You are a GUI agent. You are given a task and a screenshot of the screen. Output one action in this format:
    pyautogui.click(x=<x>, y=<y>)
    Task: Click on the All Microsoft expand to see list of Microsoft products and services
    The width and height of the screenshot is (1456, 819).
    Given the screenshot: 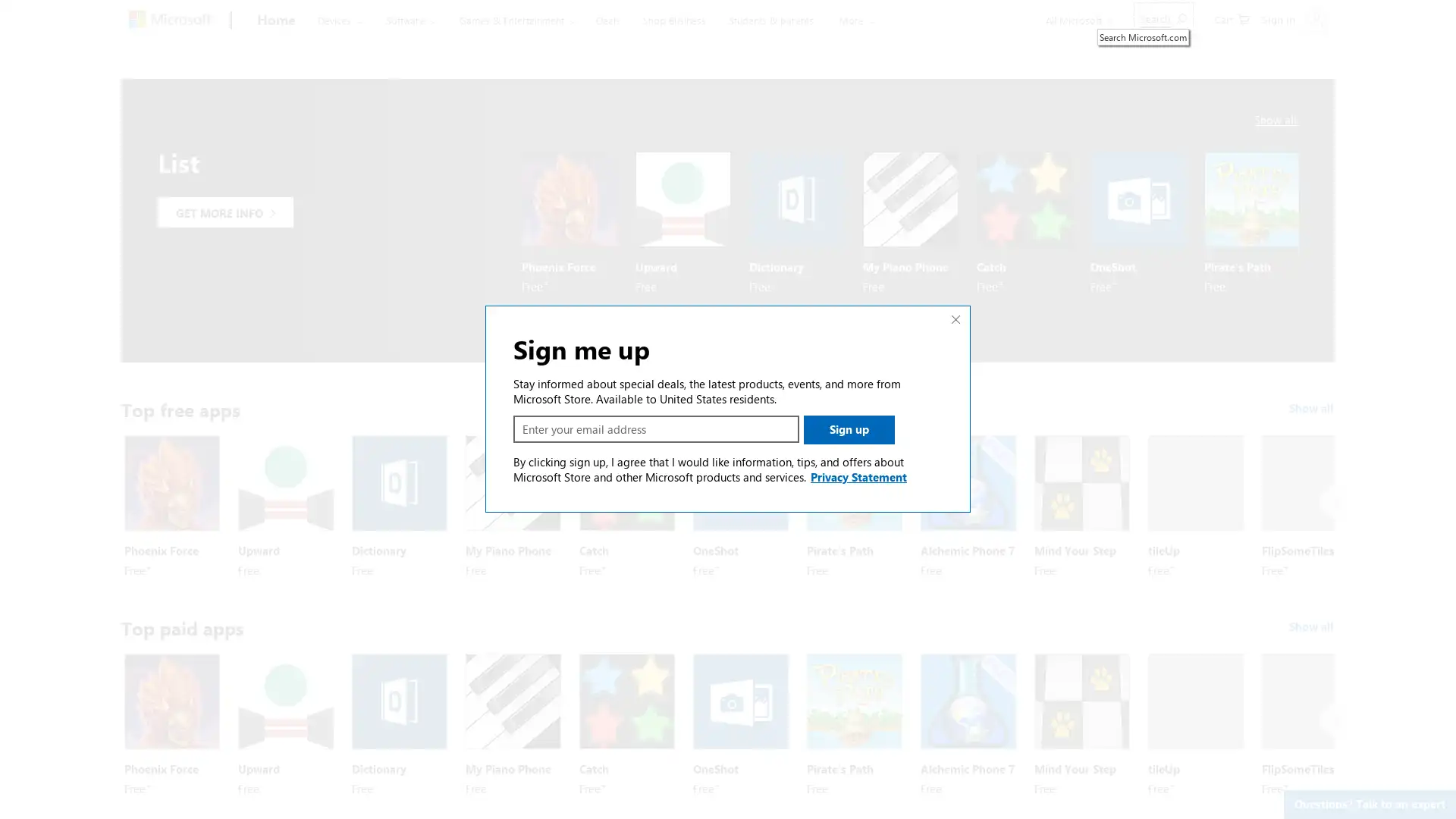 What is the action you would take?
    pyautogui.click(x=1076, y=20)
    